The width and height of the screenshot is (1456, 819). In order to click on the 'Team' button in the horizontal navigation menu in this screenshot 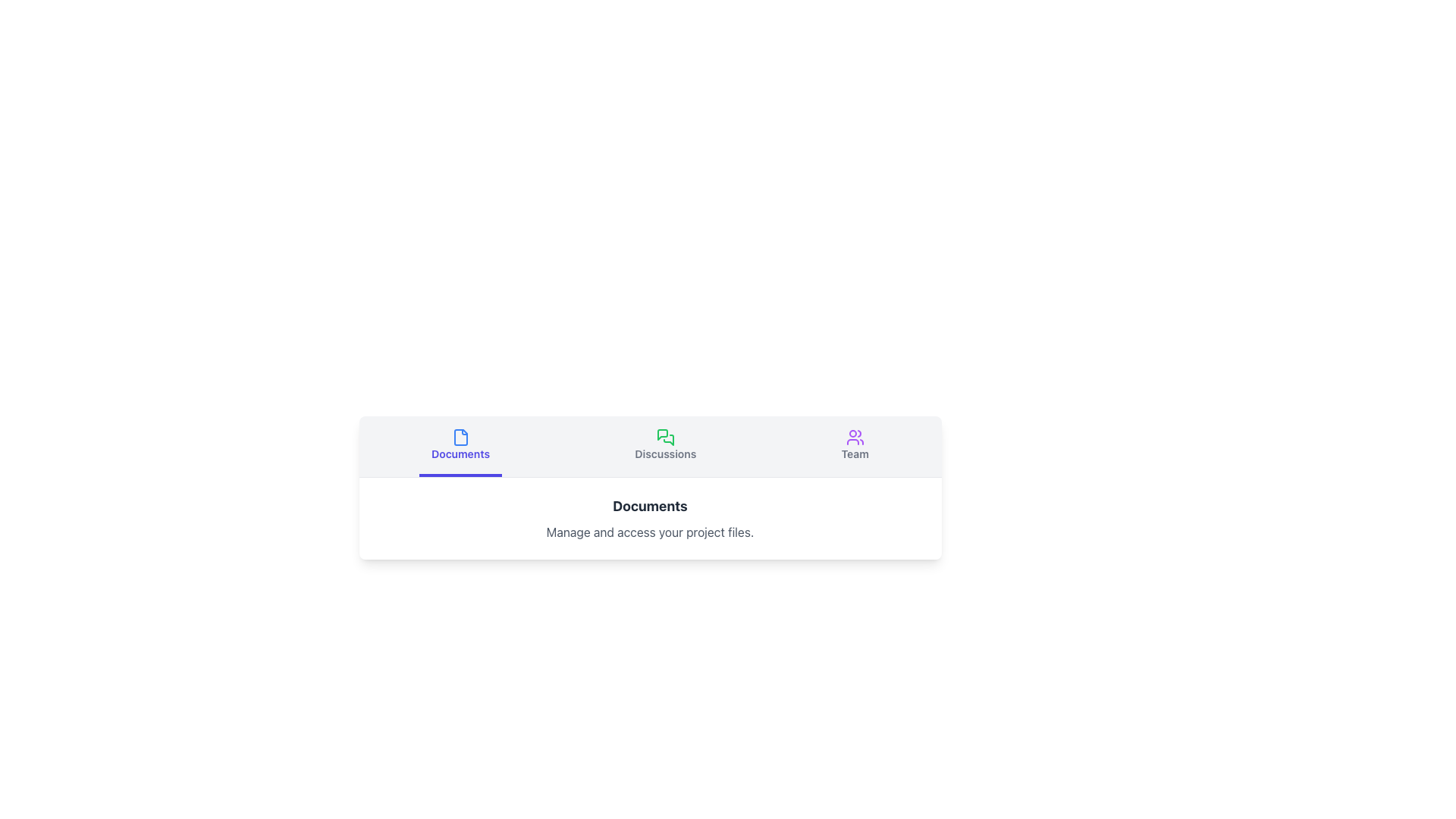, I will do `click(855, 445)`.